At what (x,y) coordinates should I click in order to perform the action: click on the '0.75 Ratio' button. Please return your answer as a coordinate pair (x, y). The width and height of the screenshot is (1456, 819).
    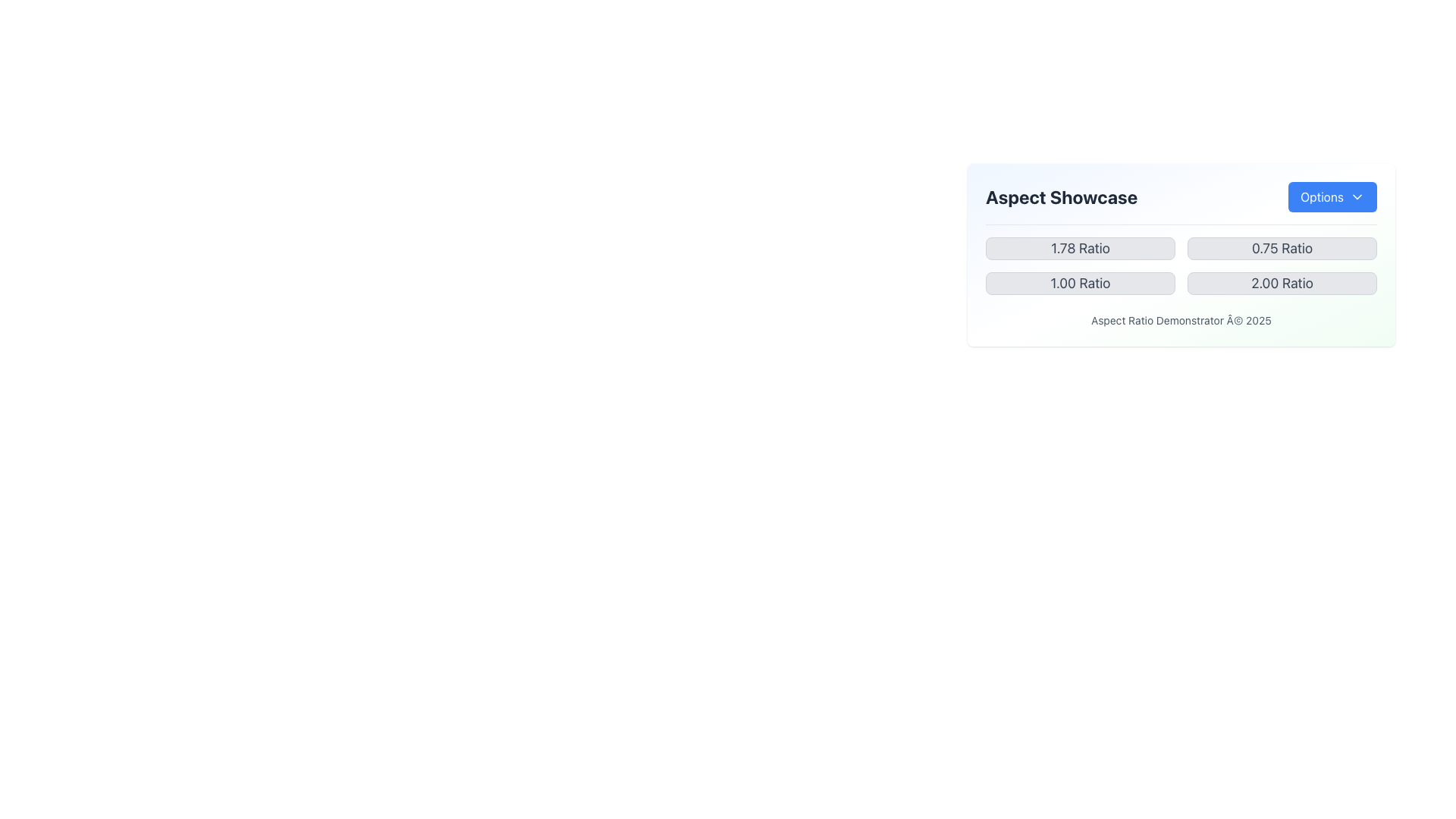
    Looking at the image, I should click on (1281, 247).